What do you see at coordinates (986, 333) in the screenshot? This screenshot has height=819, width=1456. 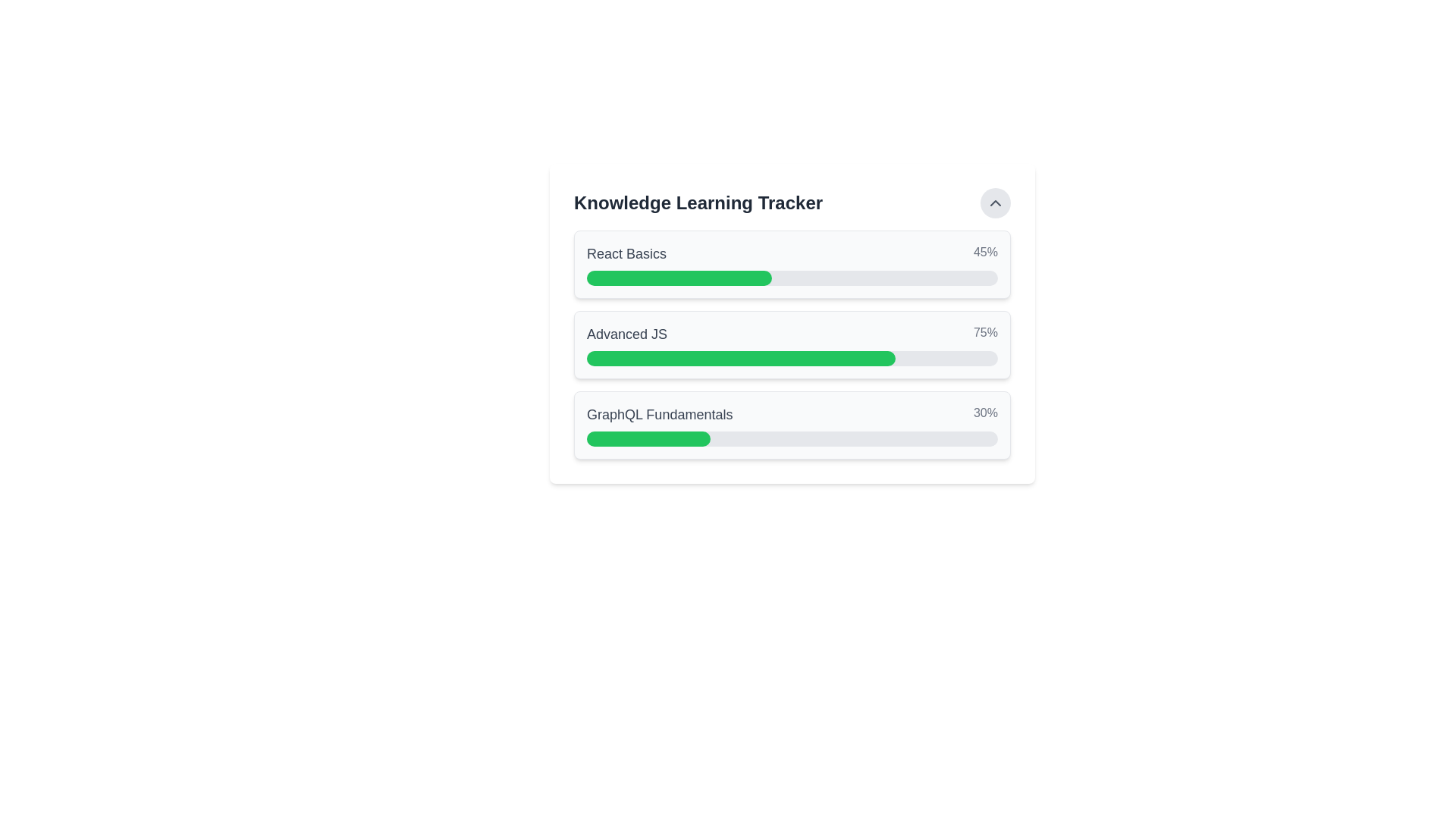 I see `the text label displaying '75%' that is styled in gray and positioned to the right of the 'Advanced JS' progress bar` at bounding box center [986, 333].